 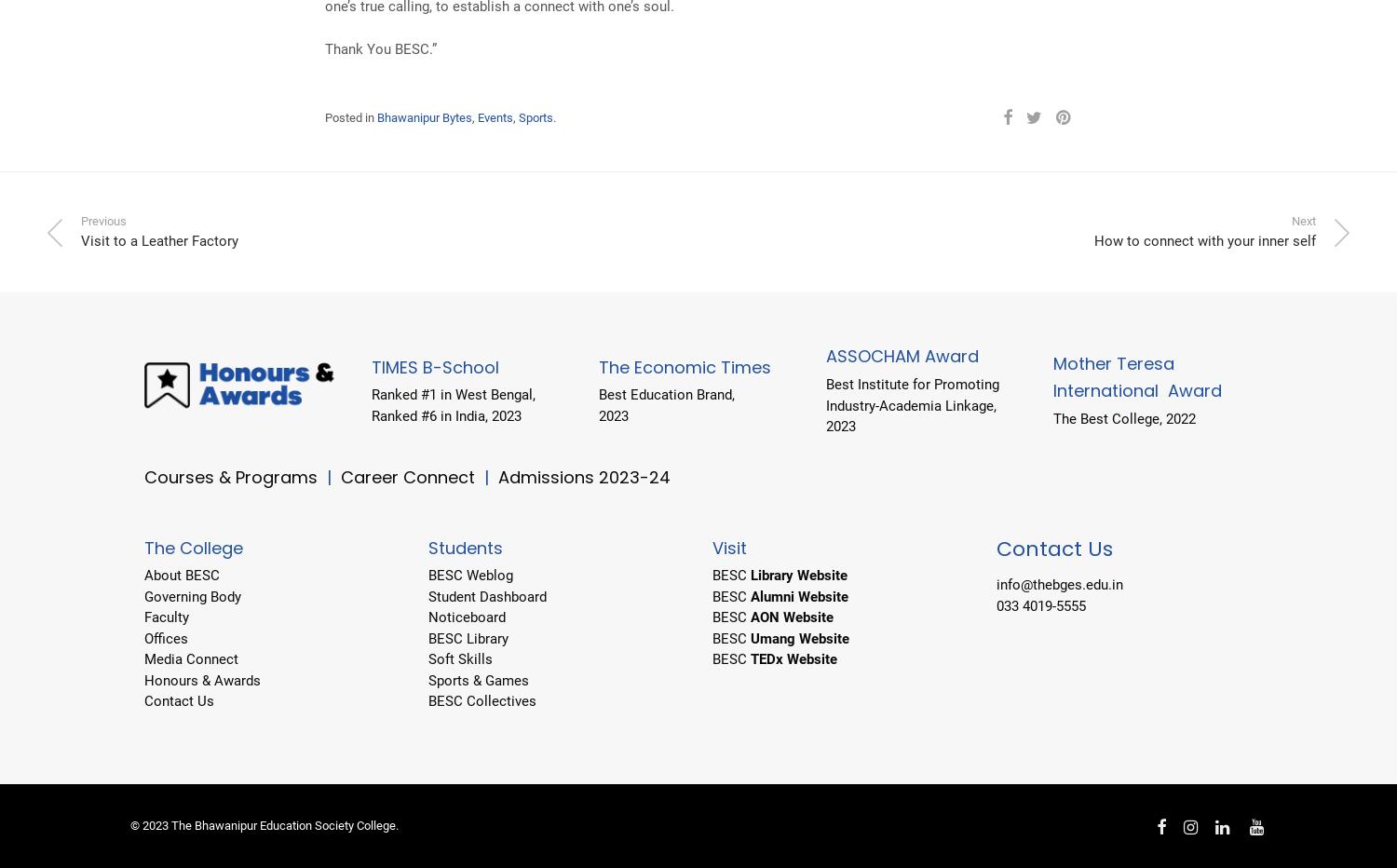 I want to click on 'BESC Library', so click(x=468, y=638).